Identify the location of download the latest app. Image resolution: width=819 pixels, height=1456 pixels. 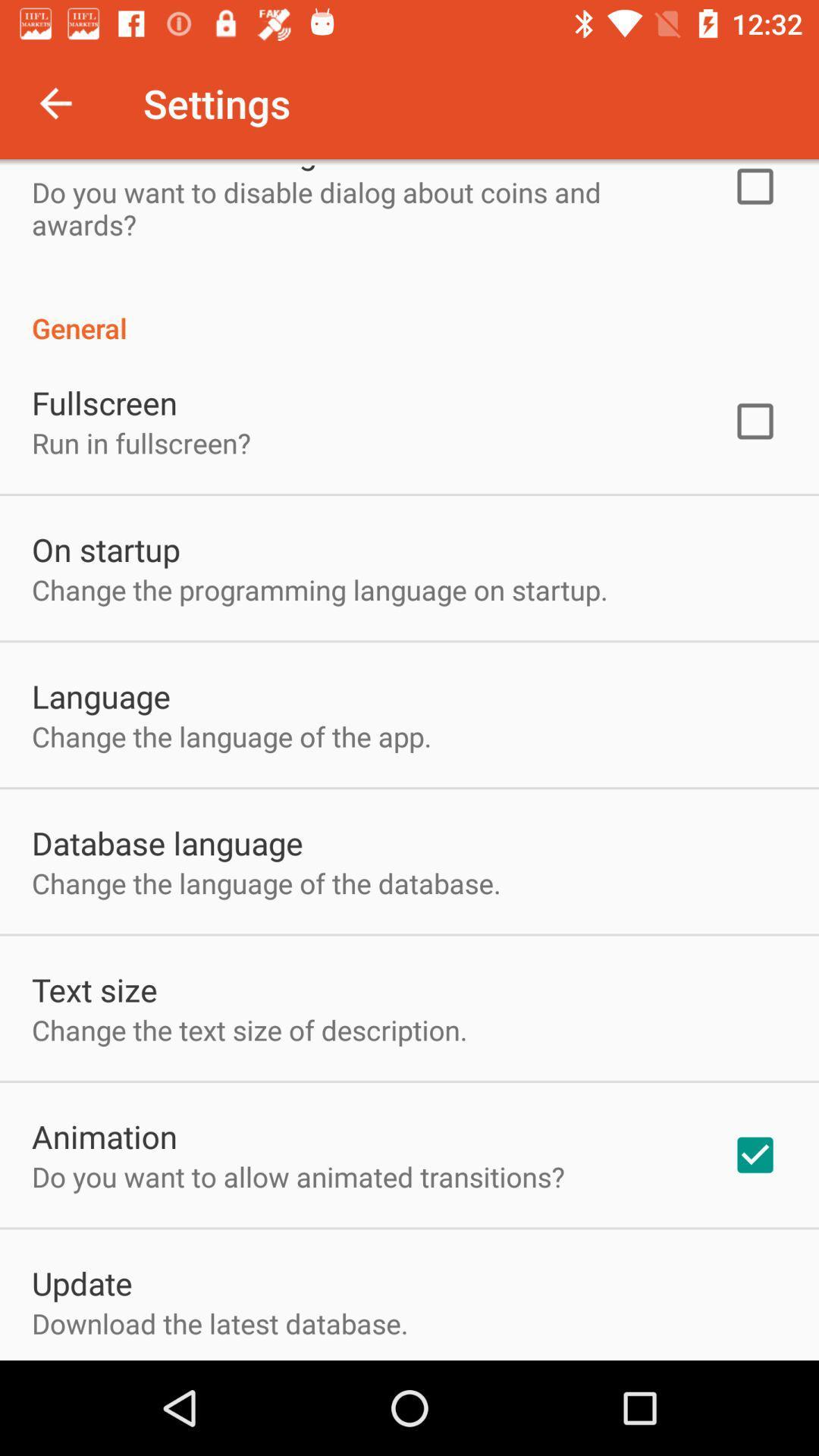
(220, 1323).